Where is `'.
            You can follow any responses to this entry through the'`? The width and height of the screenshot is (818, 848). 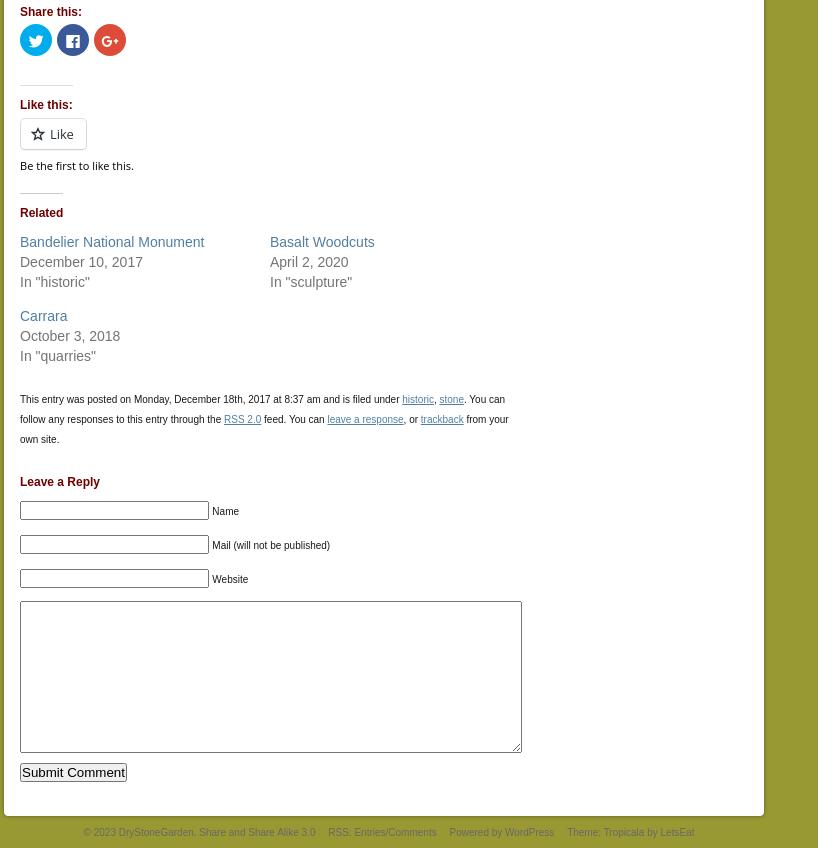
'.
            You can follow any responses to this entry through the' is located at coordinates (262, 408).